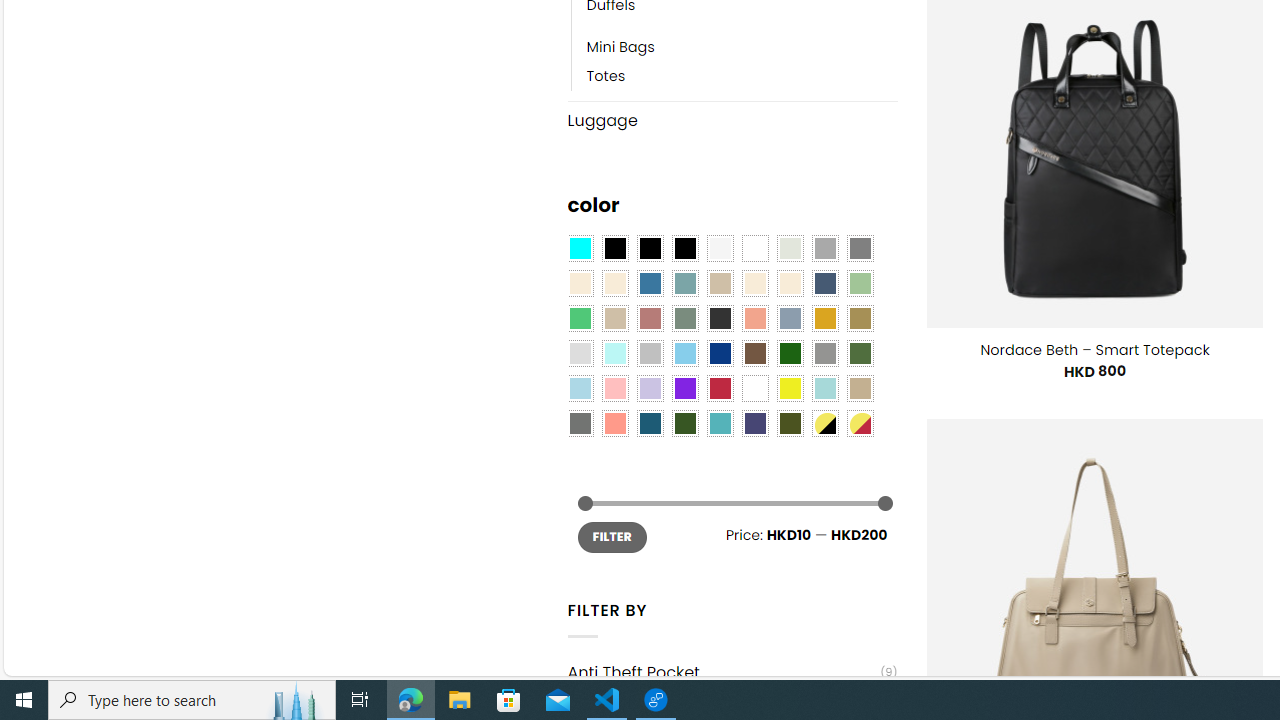 This screenshot has width=1280, height=720. What do you see at coordinates (611, 536) in the screenshot?
I see `'FILTER'` at bounding box center [611, 536].